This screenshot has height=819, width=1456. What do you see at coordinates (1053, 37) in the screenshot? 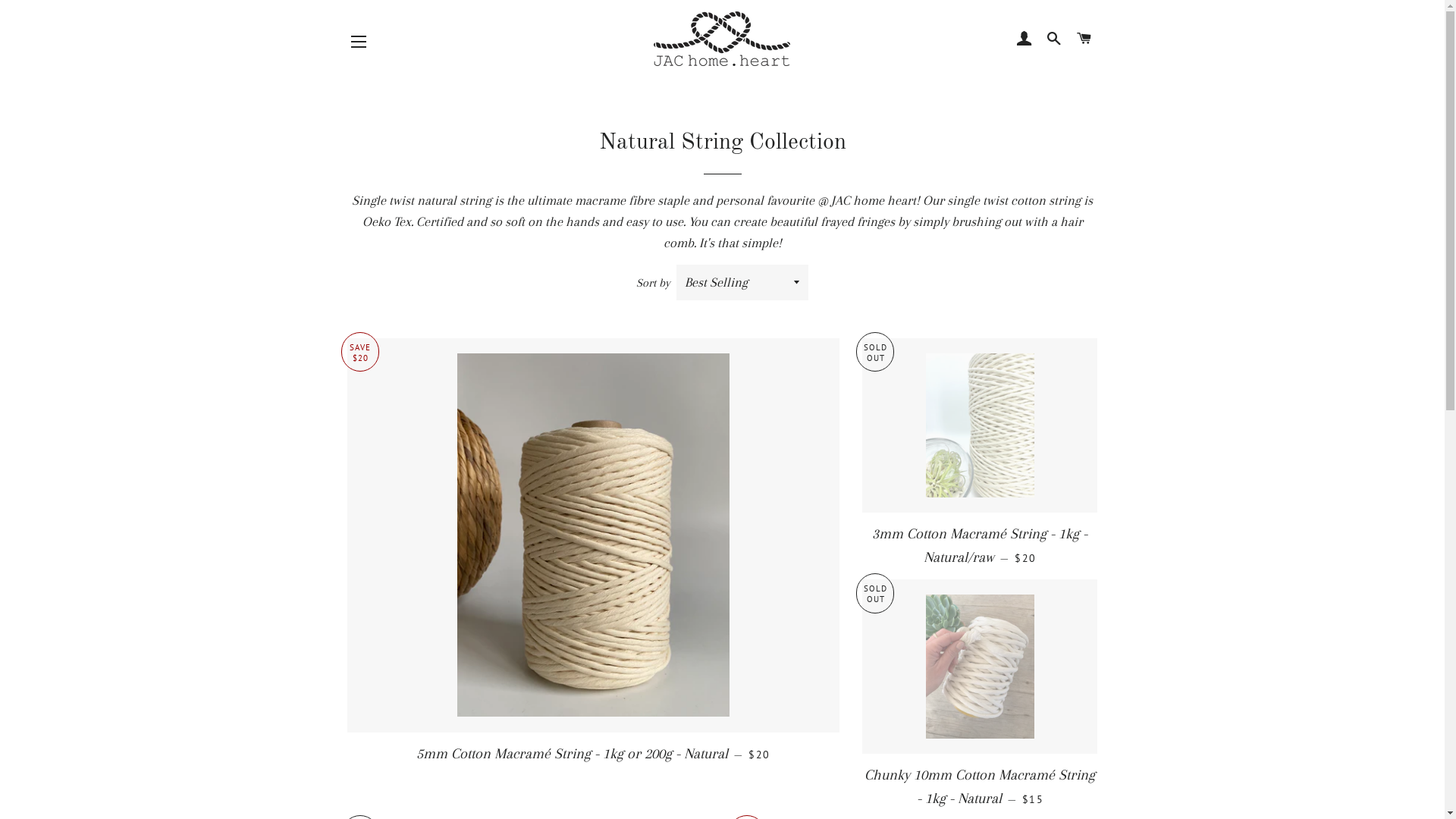
I see `'SEARCH'` at bounding box center [1053, 37].